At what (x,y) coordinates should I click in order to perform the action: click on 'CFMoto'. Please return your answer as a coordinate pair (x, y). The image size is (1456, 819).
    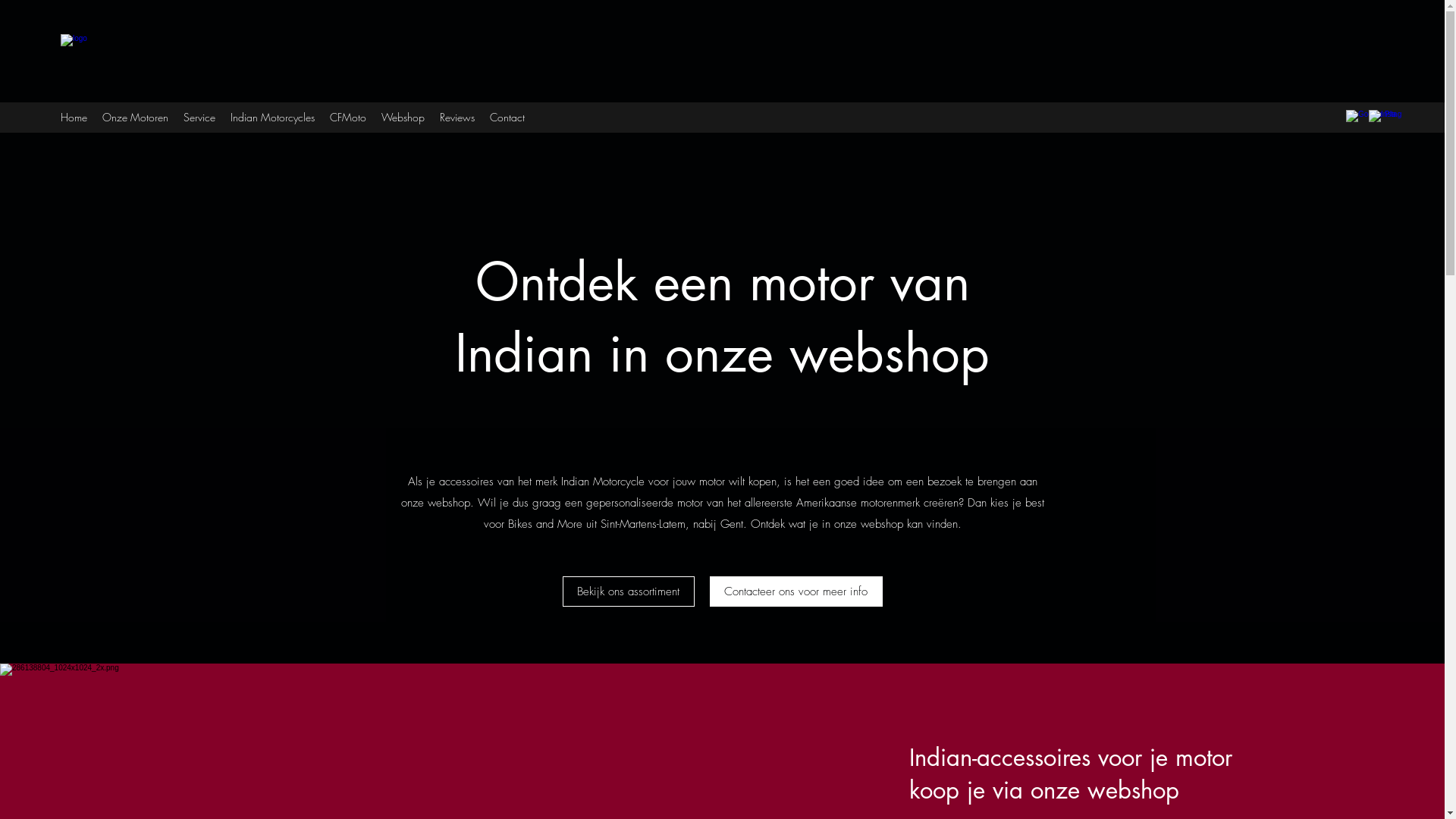
    Looking at the image, I should click on (347, 116).